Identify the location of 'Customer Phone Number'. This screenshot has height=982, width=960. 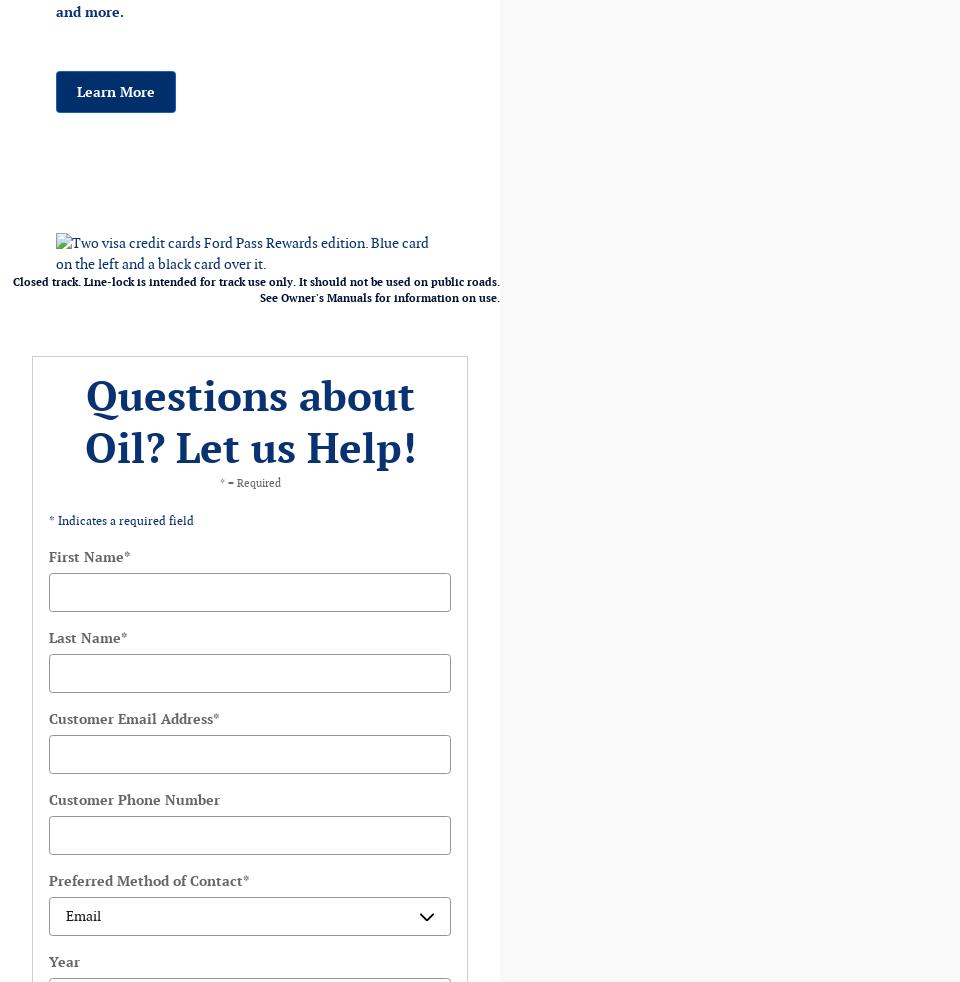
(133, 800).